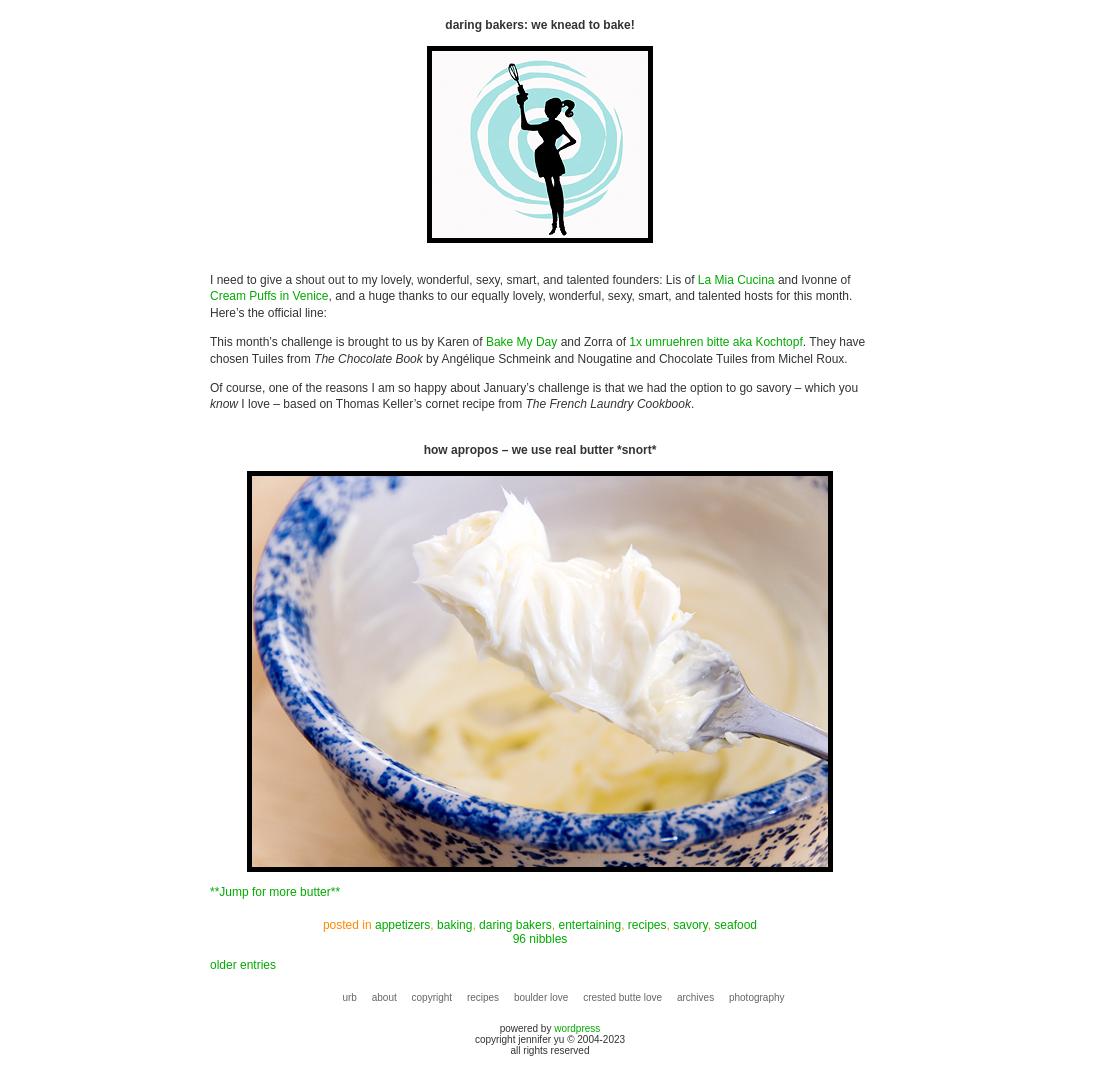 The image size is (1106, 1075). Describe the element at coordinates (209, 350) in the screenshot. I see `'. They have chosen Tuiles from'` at that location.